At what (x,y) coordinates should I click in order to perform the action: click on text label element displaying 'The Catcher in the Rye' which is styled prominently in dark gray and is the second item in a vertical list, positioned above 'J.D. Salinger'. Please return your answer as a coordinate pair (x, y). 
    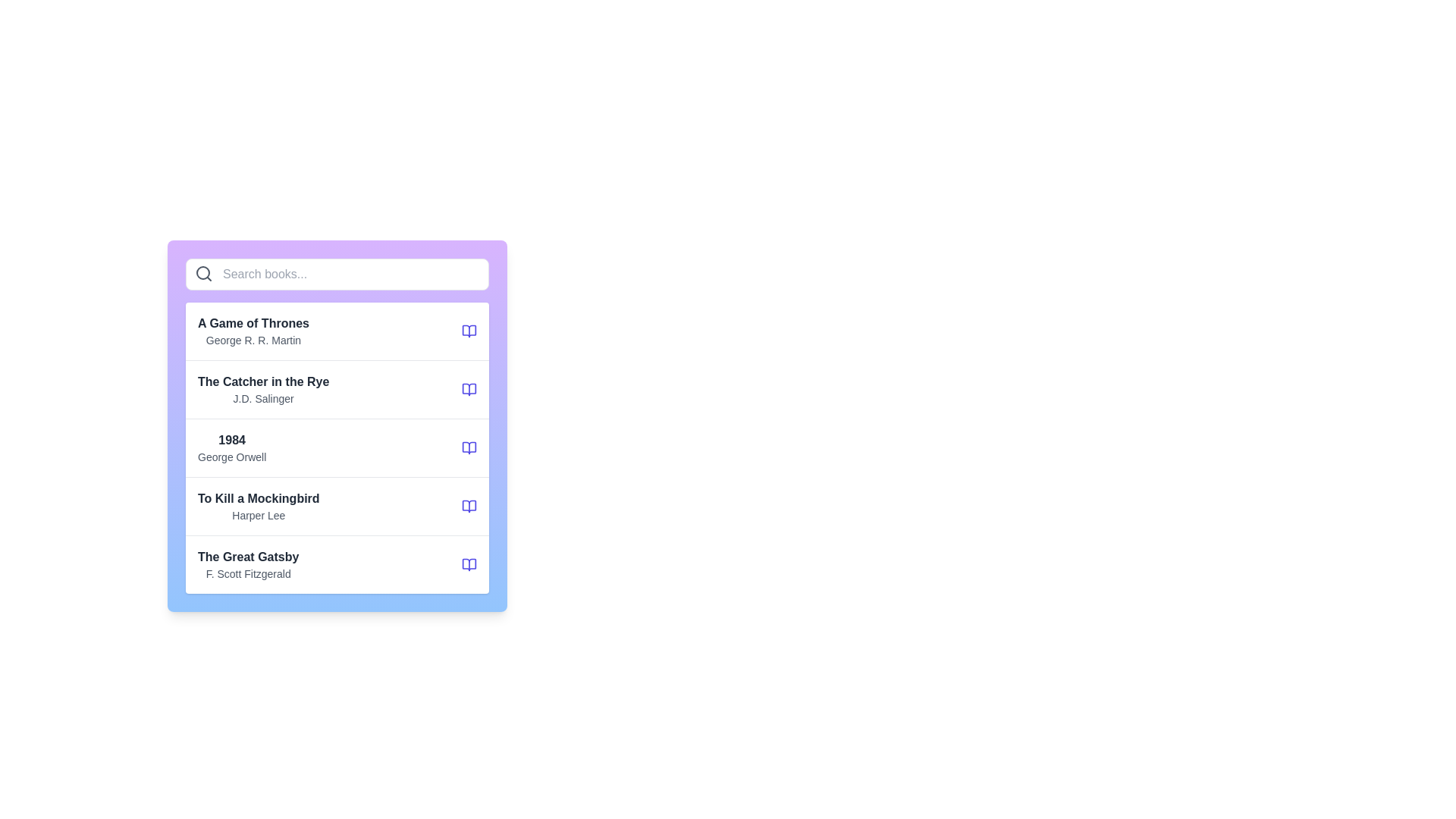
    Looking at the image, I should click on (263, 381).